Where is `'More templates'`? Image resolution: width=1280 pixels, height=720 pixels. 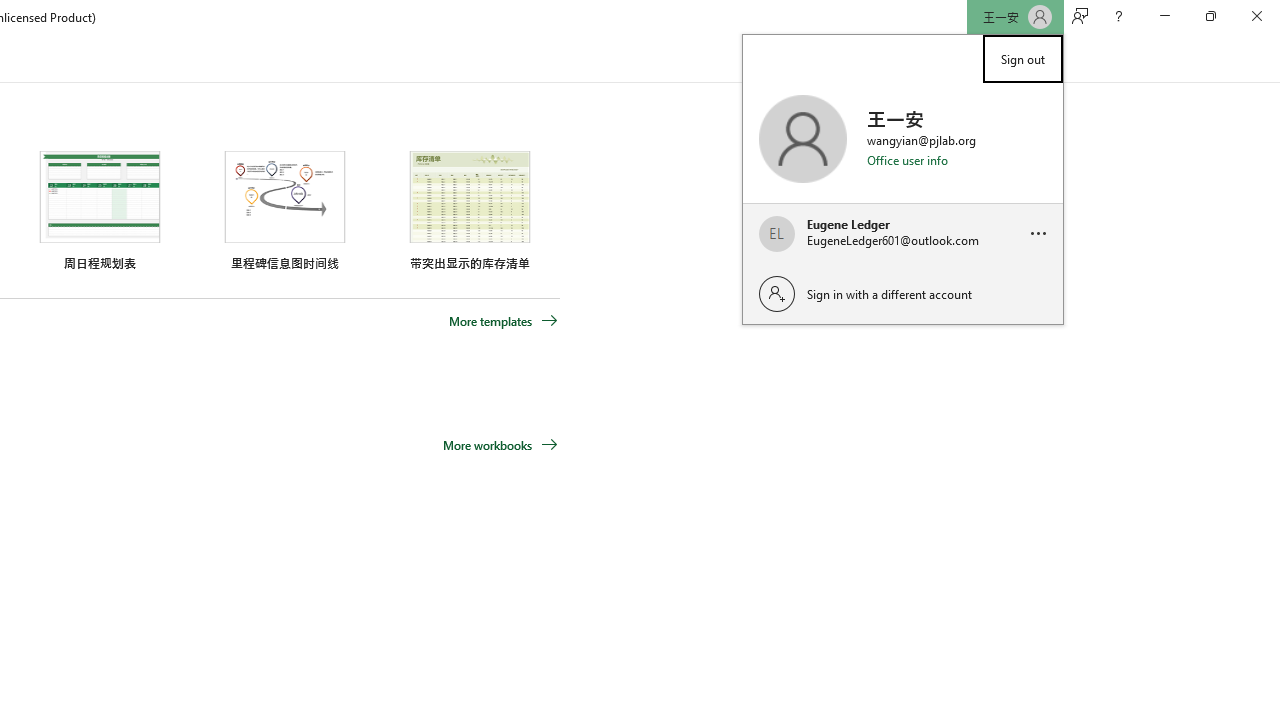
'More templates' is located at coordinates (503, 320).